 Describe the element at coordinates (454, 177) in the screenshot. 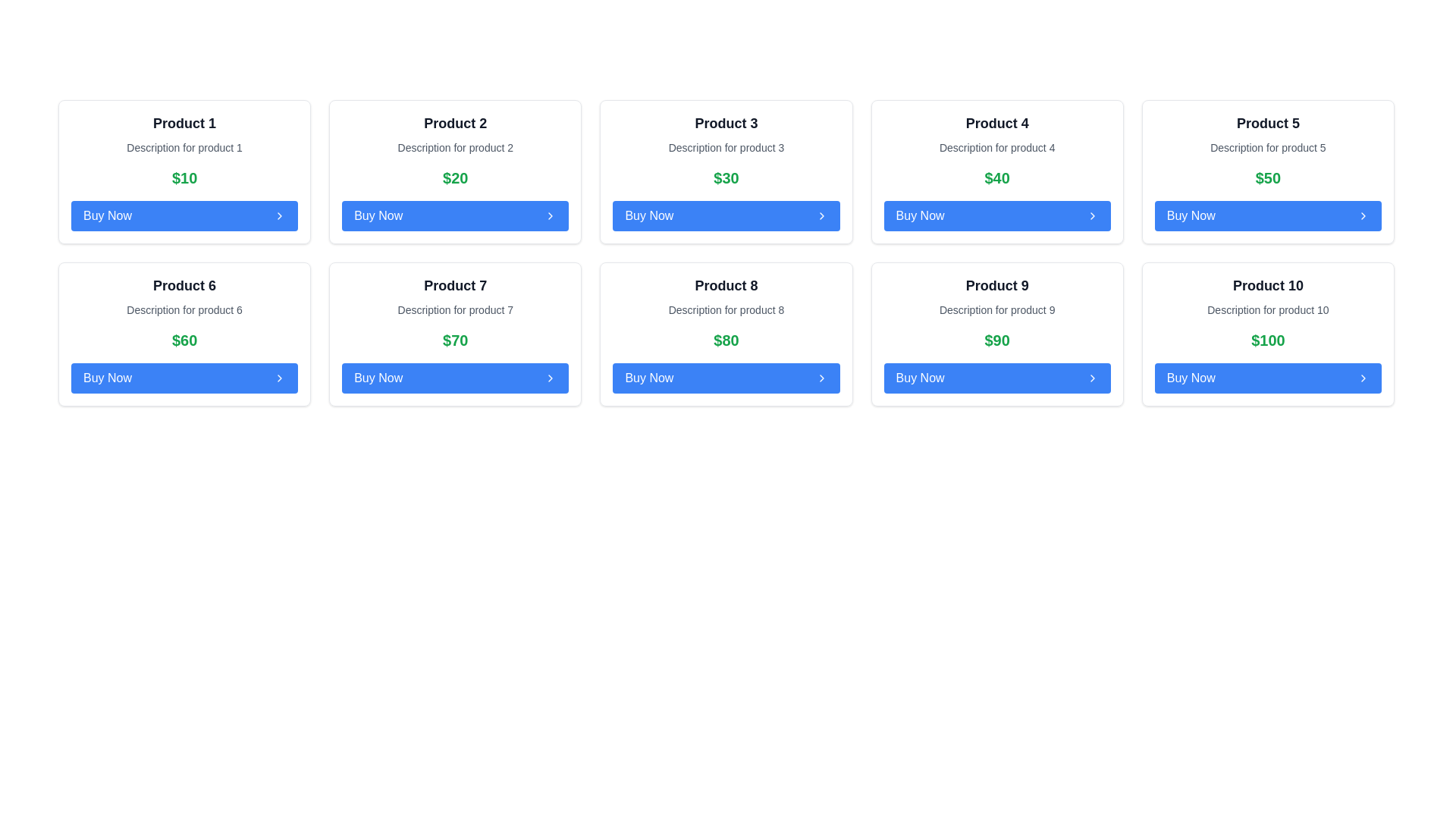

I see `the Text display showing '$20' in a bold, large green font, which is positioned centrally within the 'Product 2' card, located directly below the product title and description` at that location.